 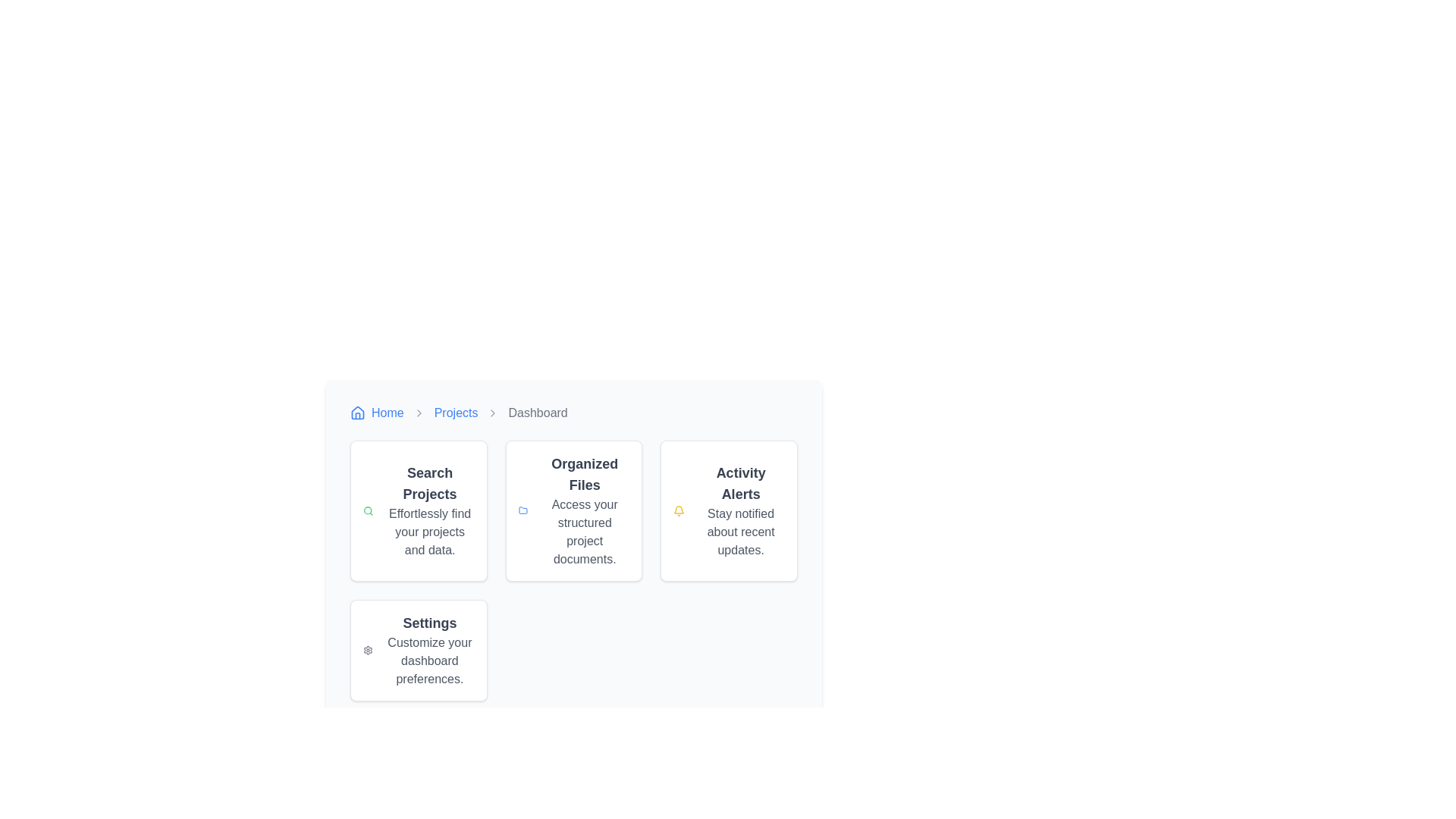 What do you see at coordinates (522, 510) in the screenshot?
I see `the blue folder-shaped SVG graphic icon located in the 'Organized Files' section of the UI, which serves an illustrative purpose` at bounding box center [522, 510].